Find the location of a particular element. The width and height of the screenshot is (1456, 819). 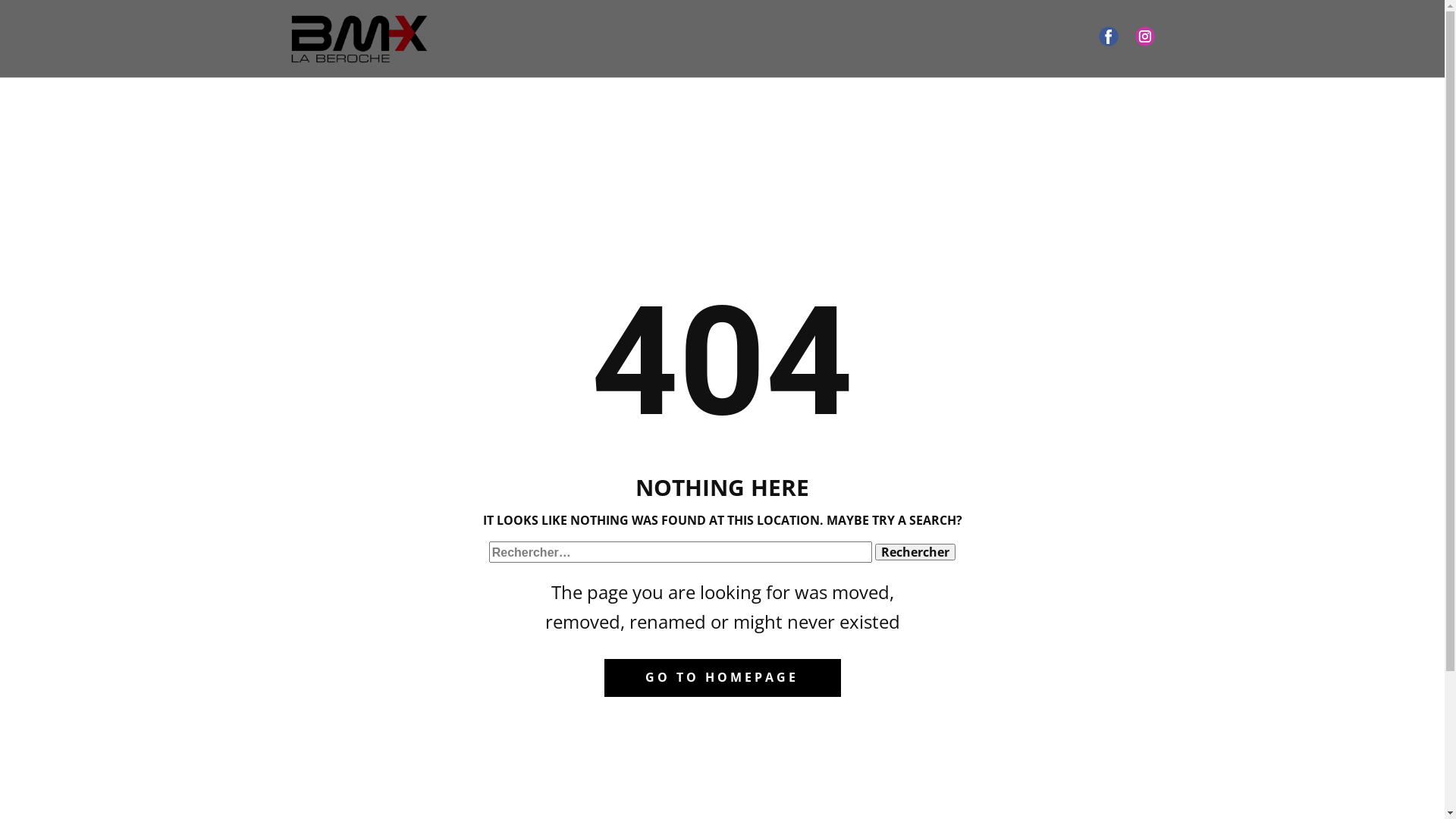

'Accueil' is located at coordinates (290, 38).